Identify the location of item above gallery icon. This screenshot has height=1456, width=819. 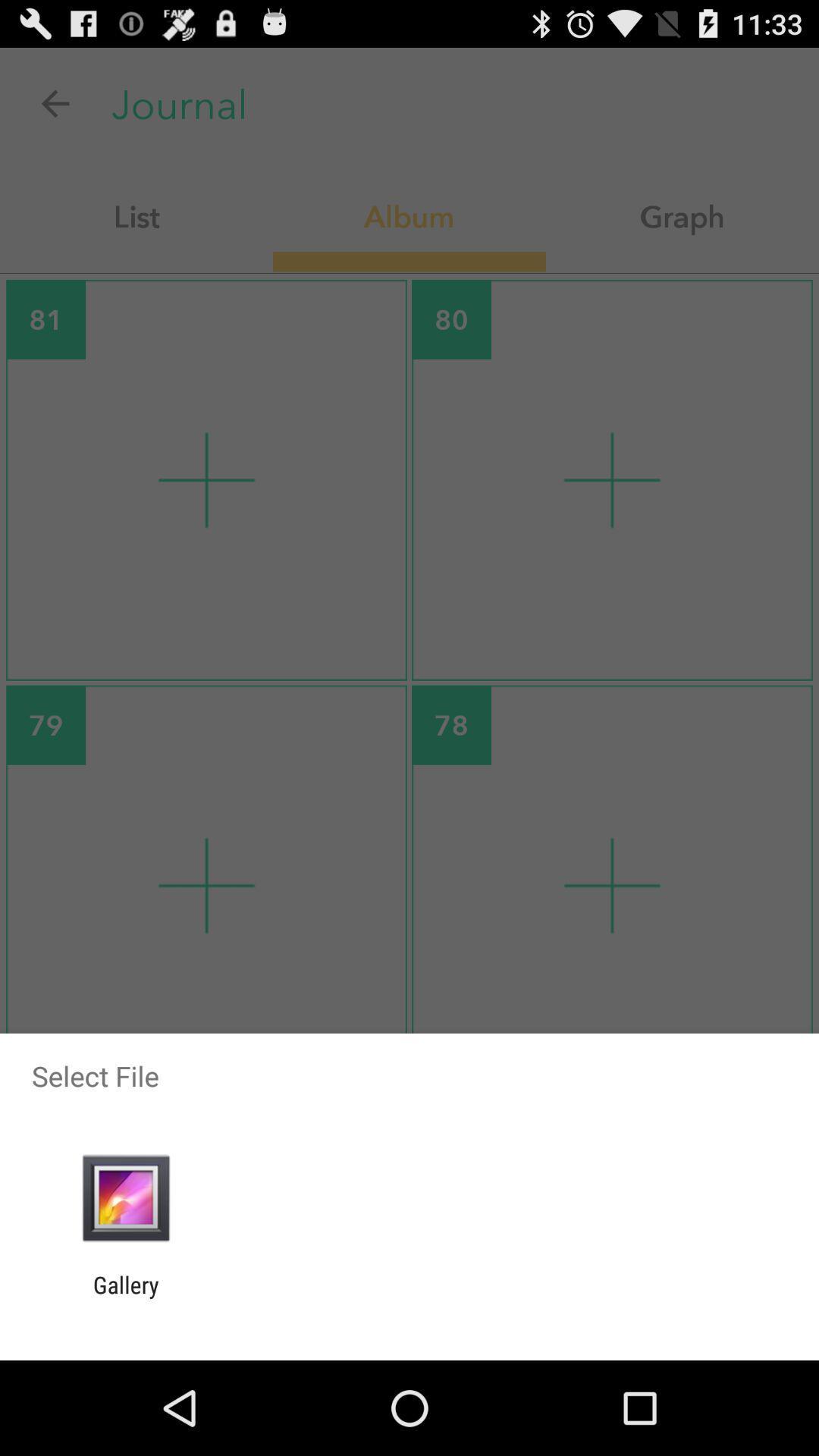
(125, 1197).